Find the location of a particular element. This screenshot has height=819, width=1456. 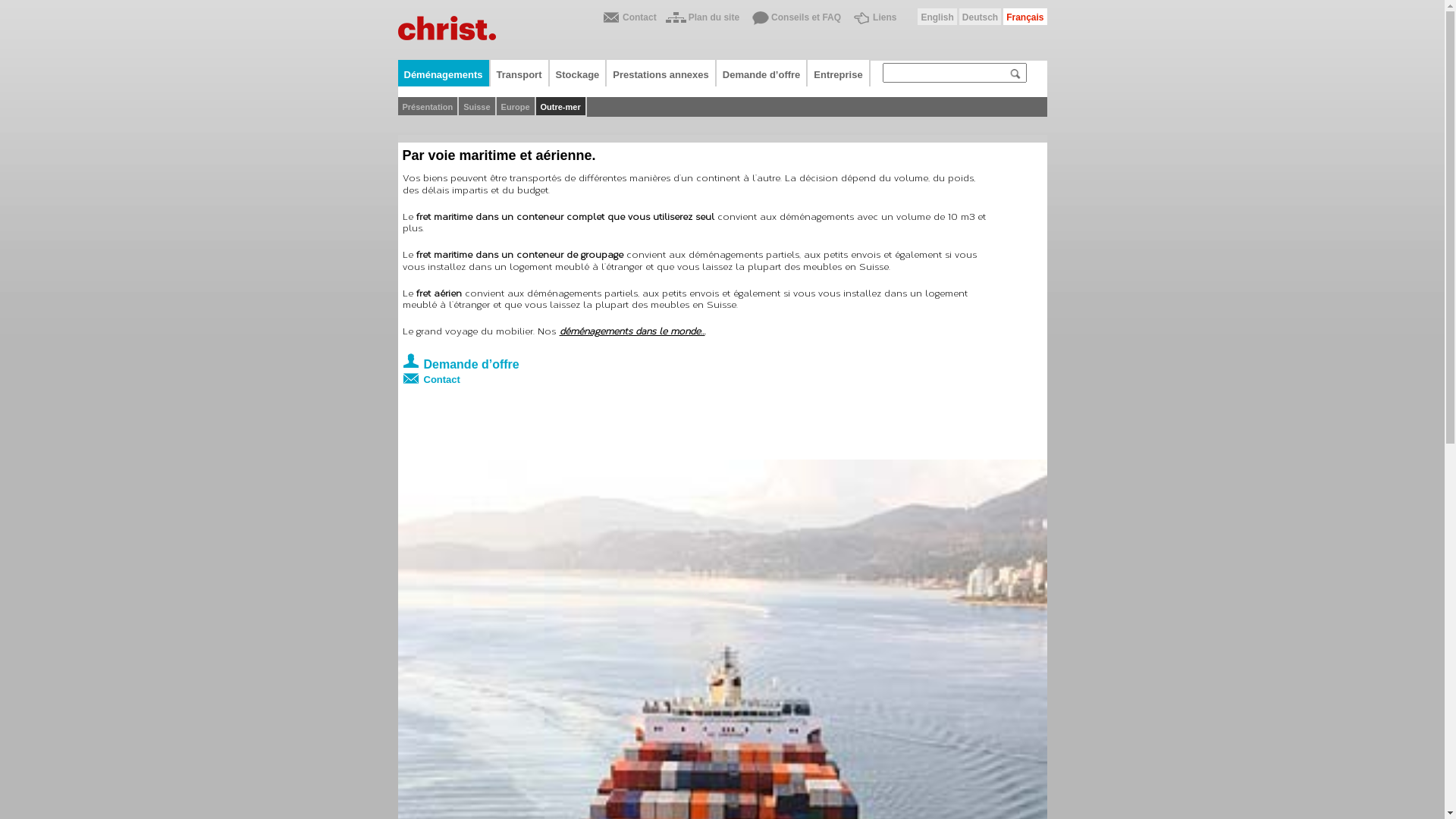

'Outre-mer' is located at coordinates (560, 106).